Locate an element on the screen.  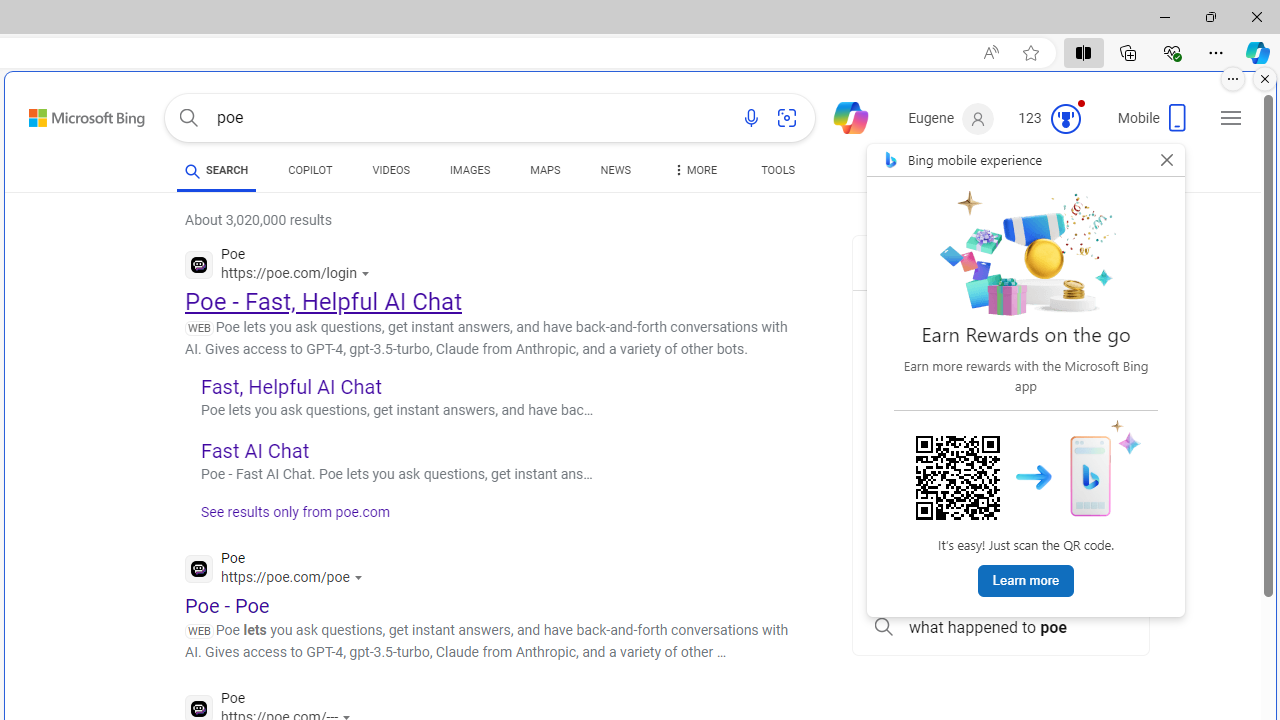
'Microsoft Rewards 123' is located at coordinates (1051, 119).